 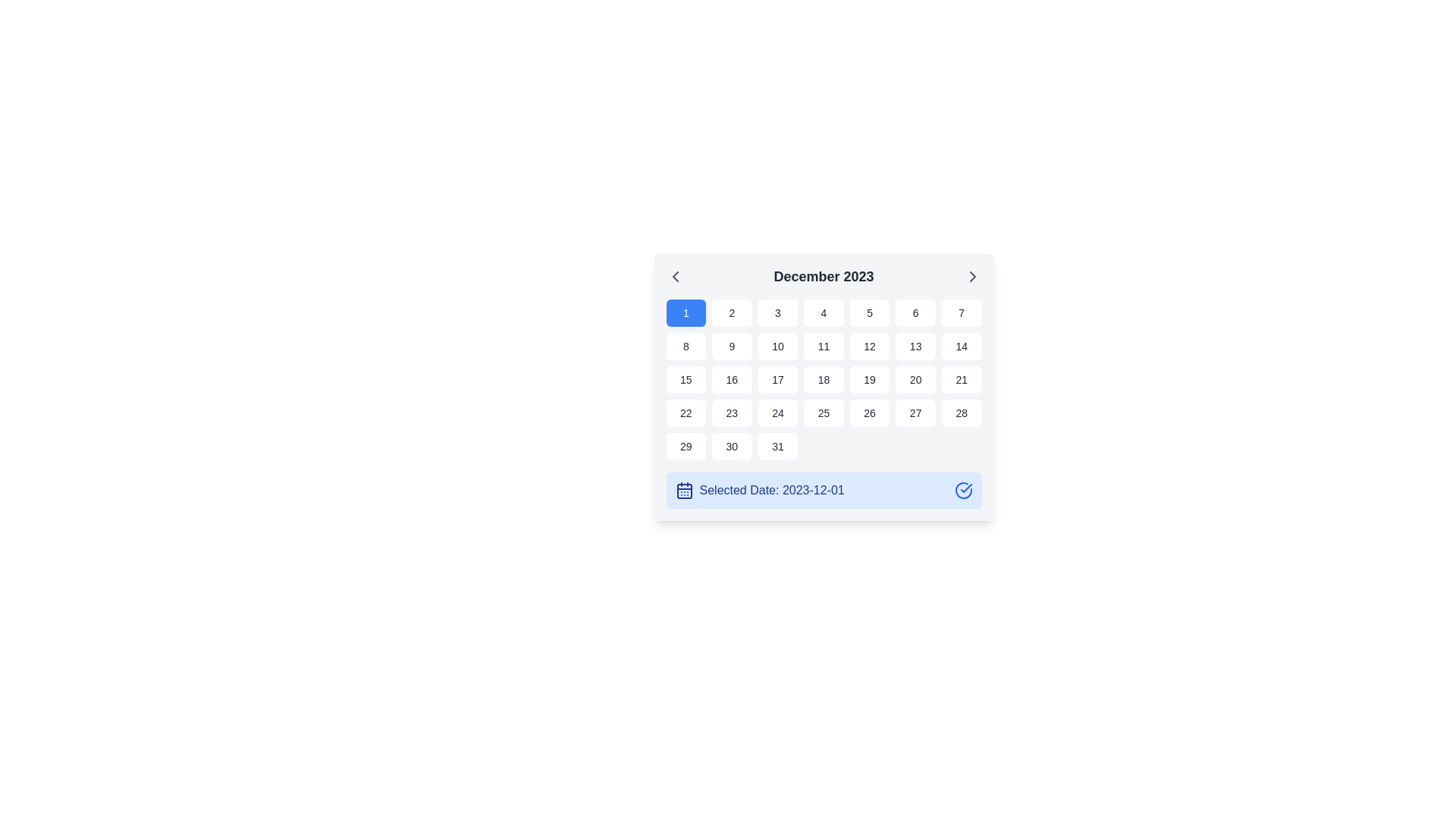 What do you see at coordinates (823, 379) in the screenshot?
I see `an individual date box in the Calendar Date Selector Grid, which is located below the header displaying 'December 2023'` at bounding box center [823, 379].